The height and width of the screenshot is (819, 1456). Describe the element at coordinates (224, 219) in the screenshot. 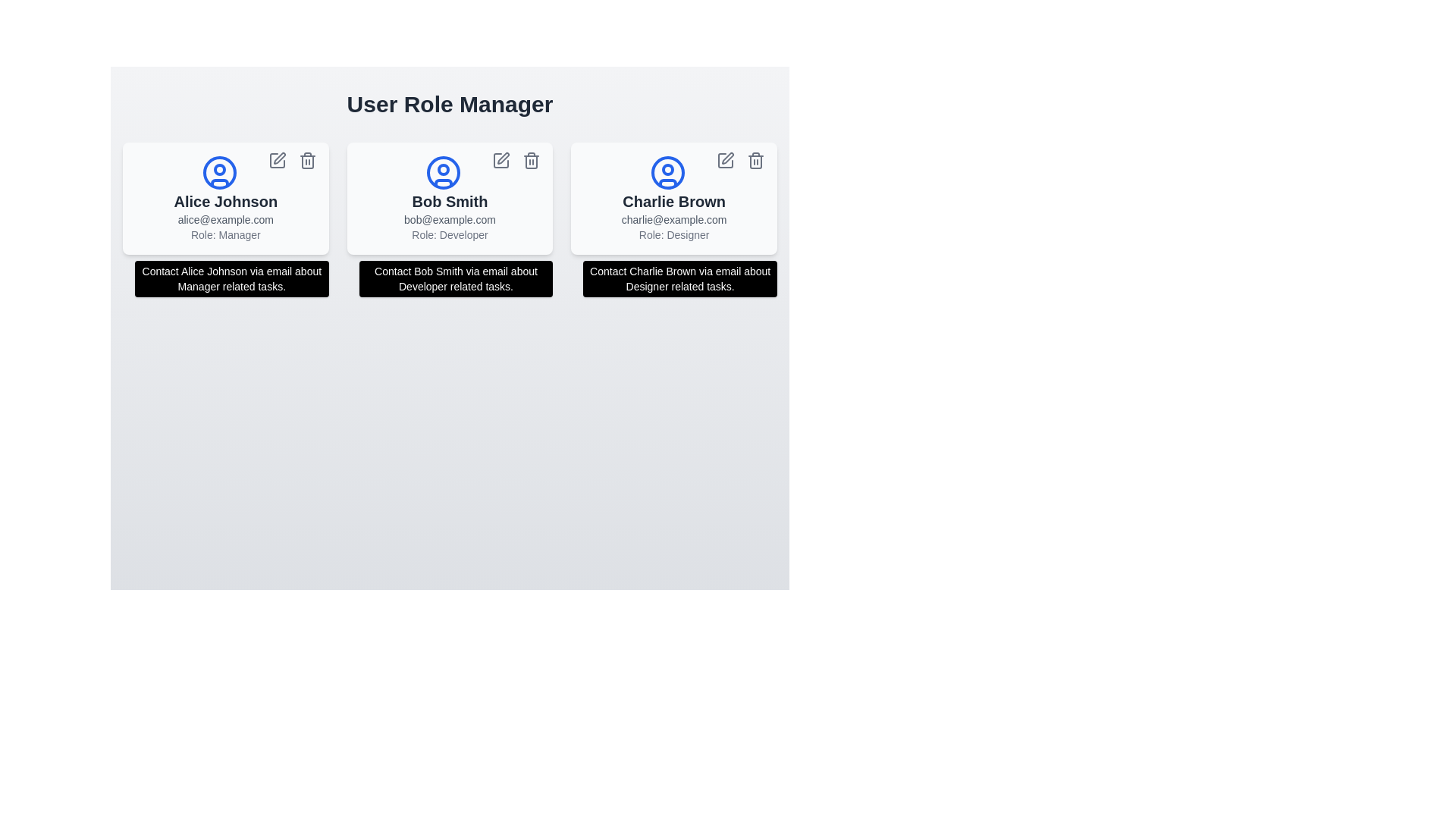

I see `the text label displaying the email address 'alice@example.com', which is styled in gray and located below 'Alice Johnson' and above 'Role: Manager'` at that location.